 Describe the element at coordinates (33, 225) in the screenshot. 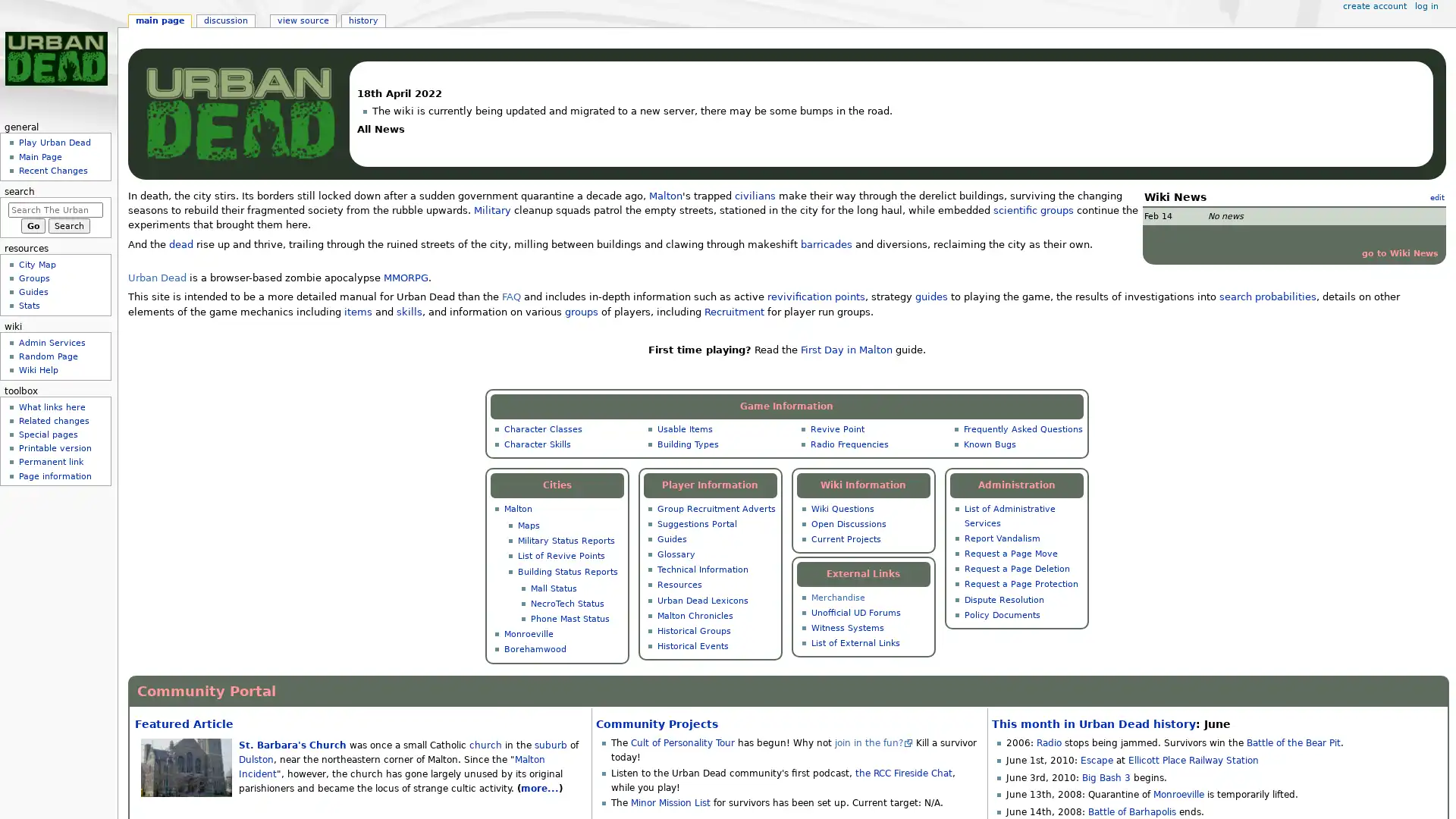

I see `Go` at that location.